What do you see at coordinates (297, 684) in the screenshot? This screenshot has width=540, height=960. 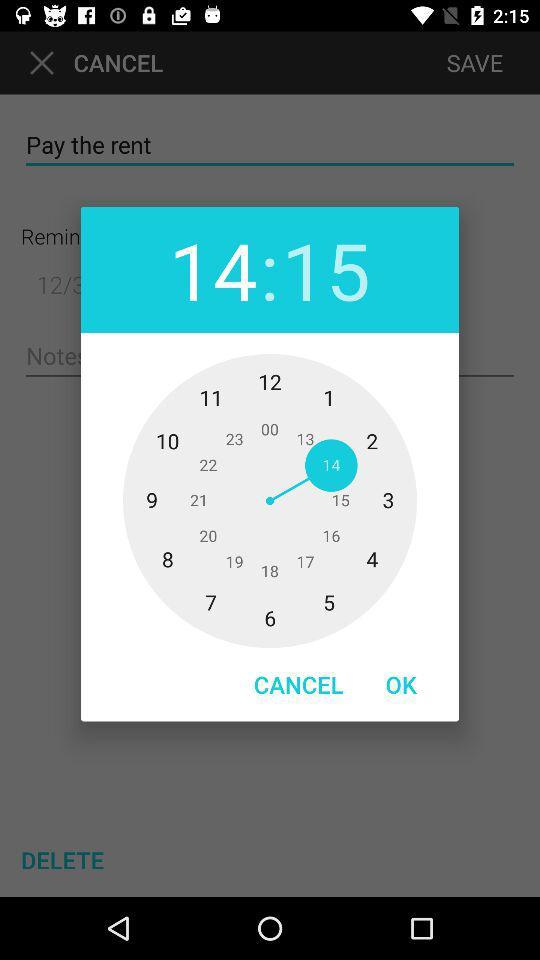 I see `cancel icon` at bounding box center [297, 684].